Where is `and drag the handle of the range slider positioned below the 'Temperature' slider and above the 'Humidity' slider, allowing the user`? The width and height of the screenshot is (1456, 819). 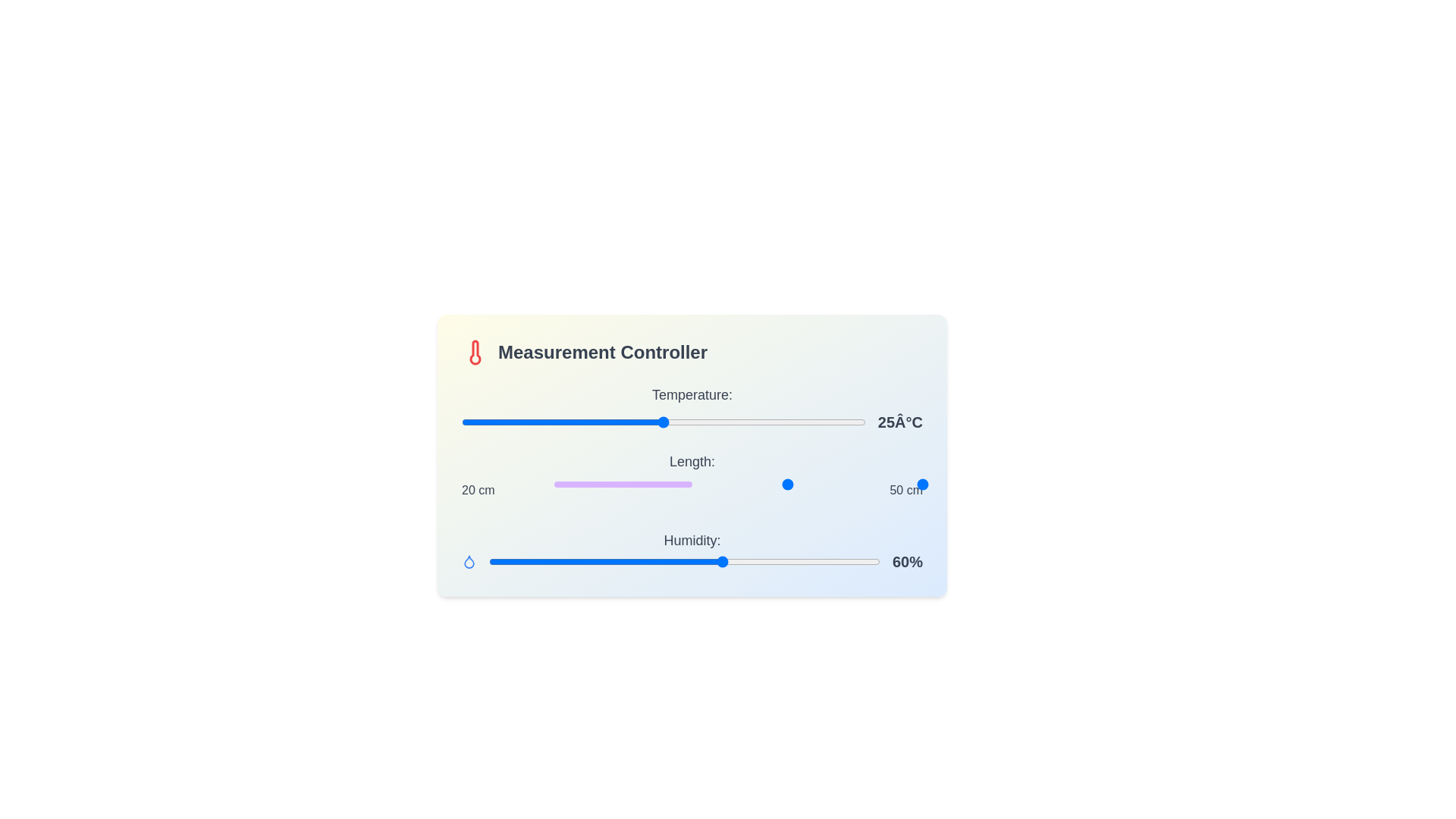 and drag the handle of the range slider positioned below the 'Temperature' slider and above the 'Humidity' slider, allowing the user is located at coordinates (691, 482).